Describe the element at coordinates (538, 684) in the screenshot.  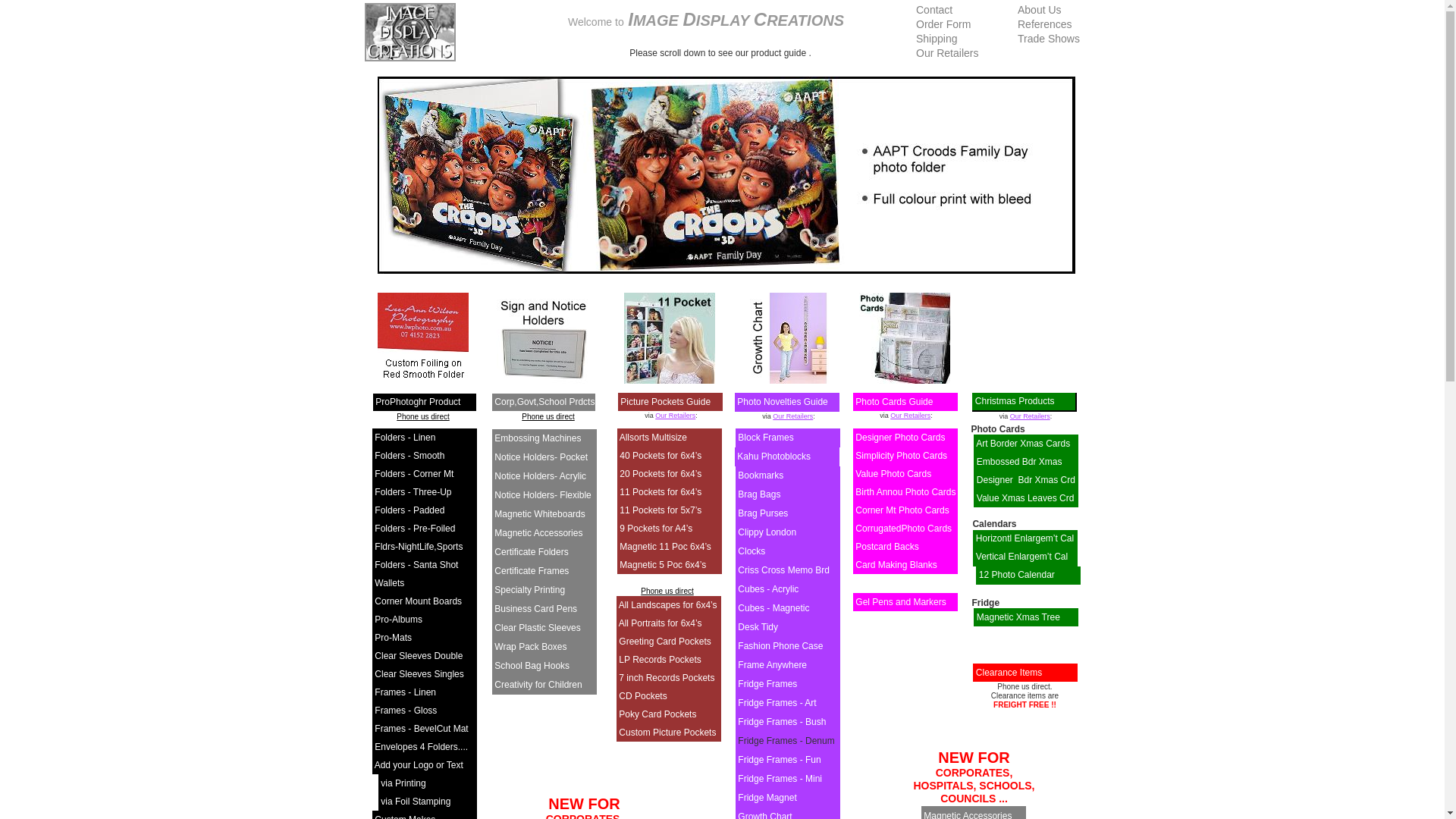
I see `'Creativity for Children'` at that location.